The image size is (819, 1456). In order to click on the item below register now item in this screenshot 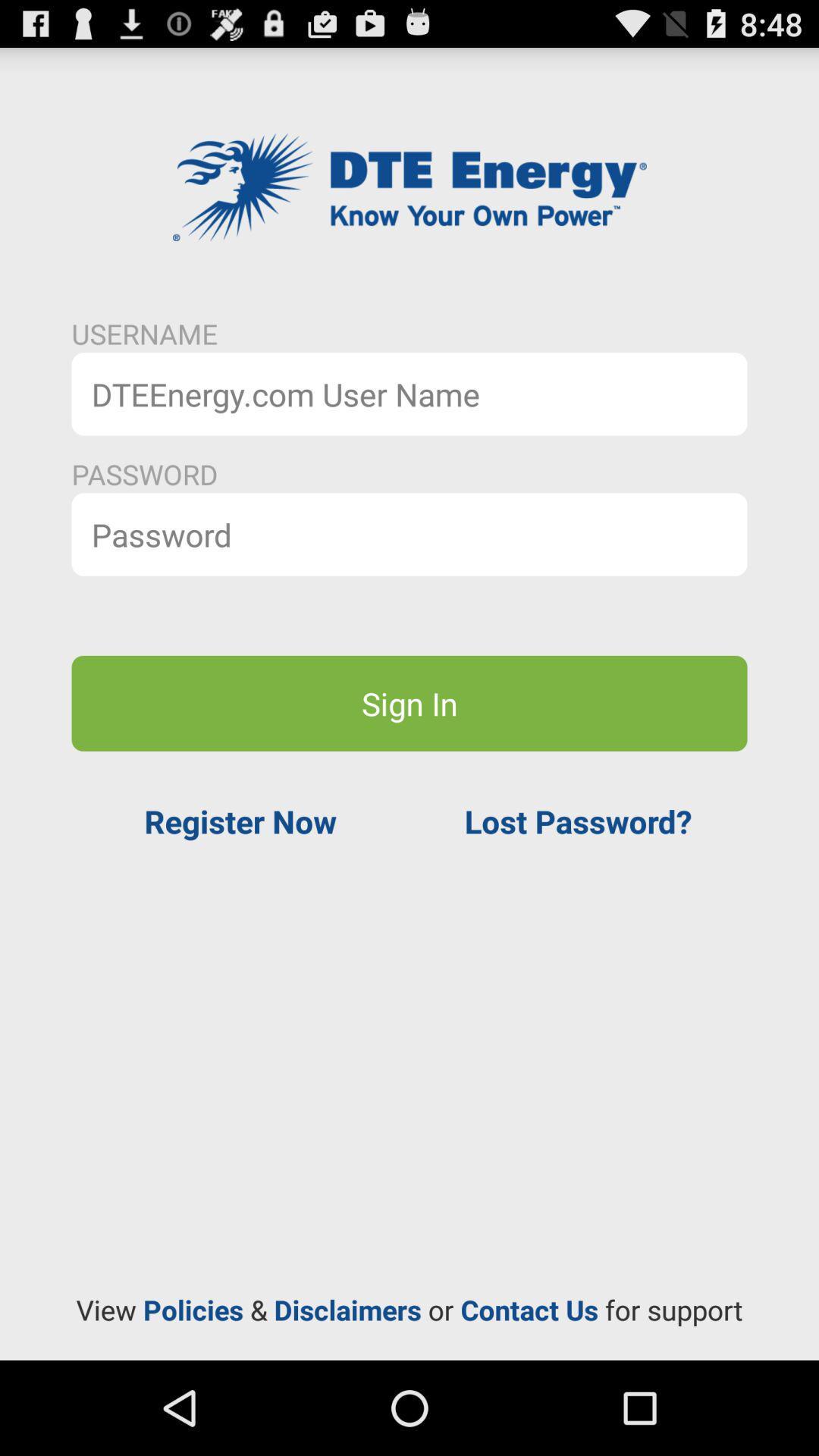, I will do `click(409, 1309)`.